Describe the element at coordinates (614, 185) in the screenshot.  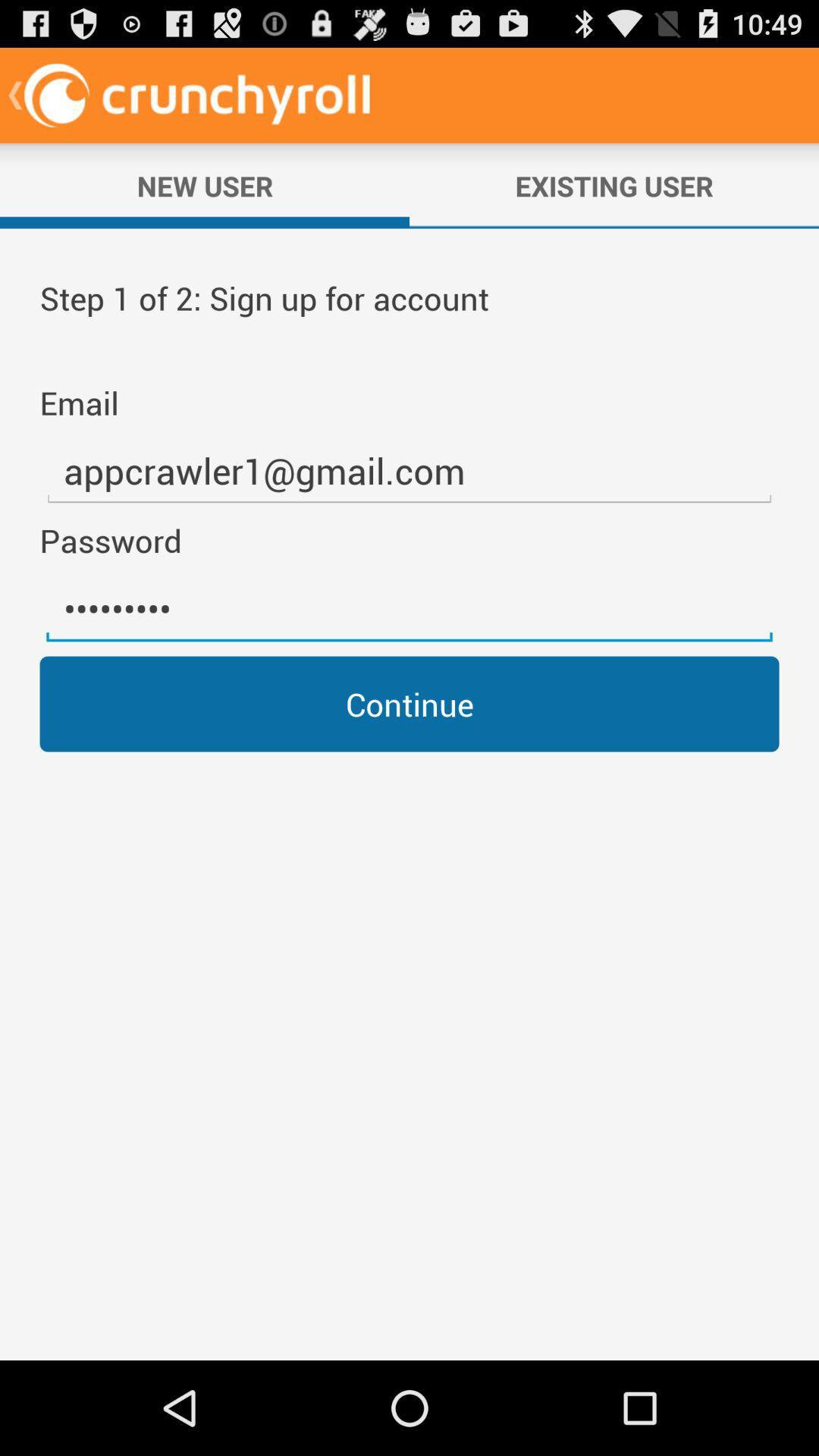
I see `item to the right of the new user icon` at that location.